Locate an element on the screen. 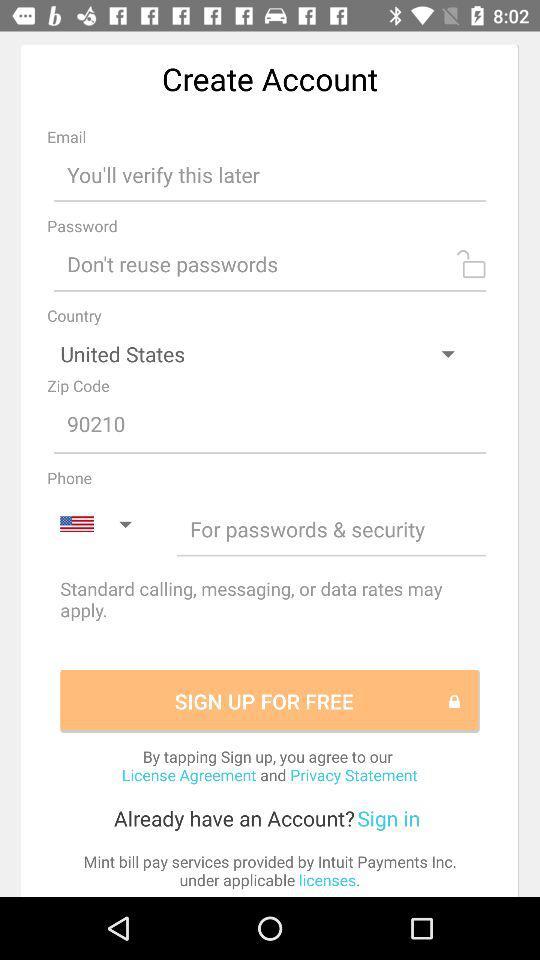  input zip code is located at coordinates (270, 425).